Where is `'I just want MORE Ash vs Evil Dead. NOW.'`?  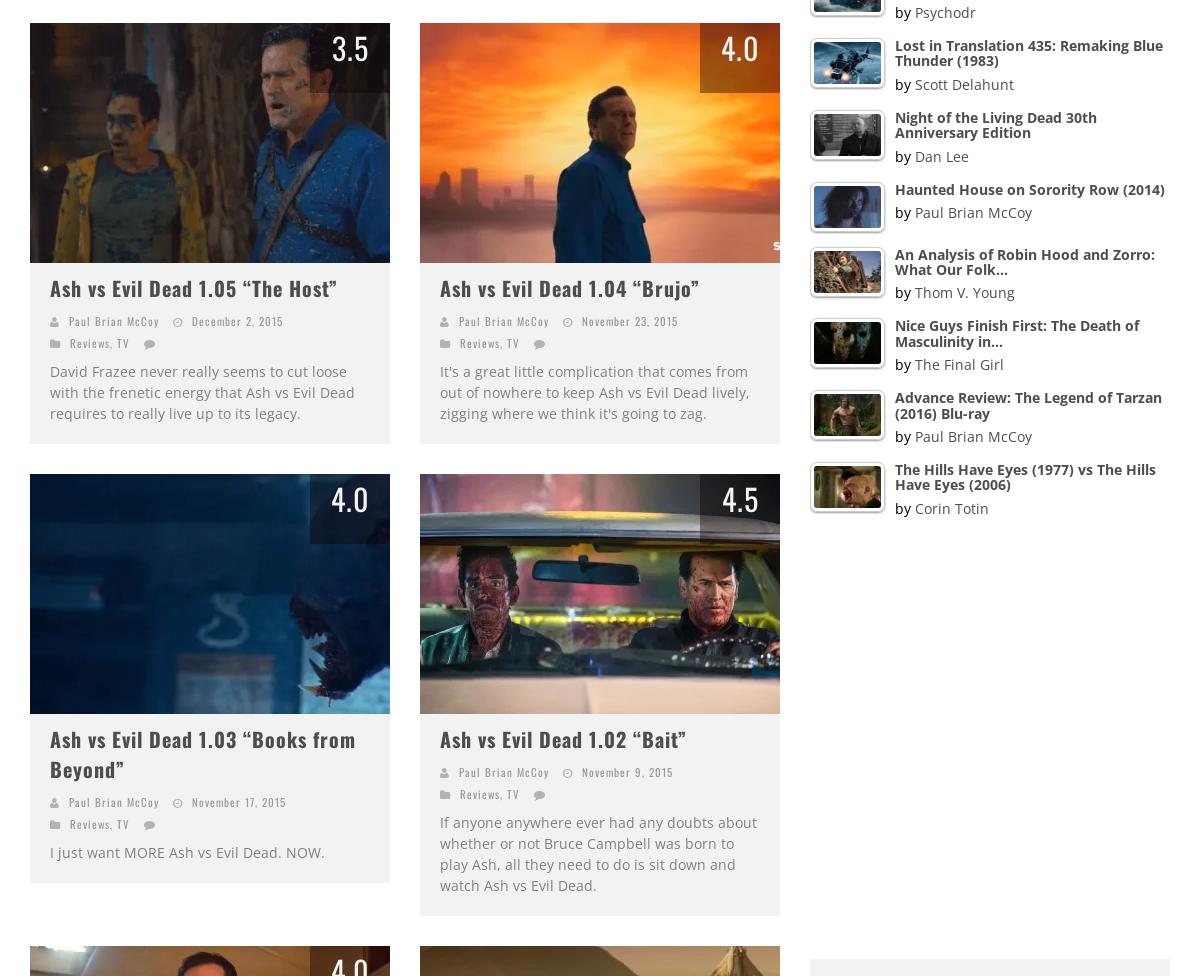 'I just want MORE Ash vs Evil Dead. NOW.' is located at coordinates (50, 852).